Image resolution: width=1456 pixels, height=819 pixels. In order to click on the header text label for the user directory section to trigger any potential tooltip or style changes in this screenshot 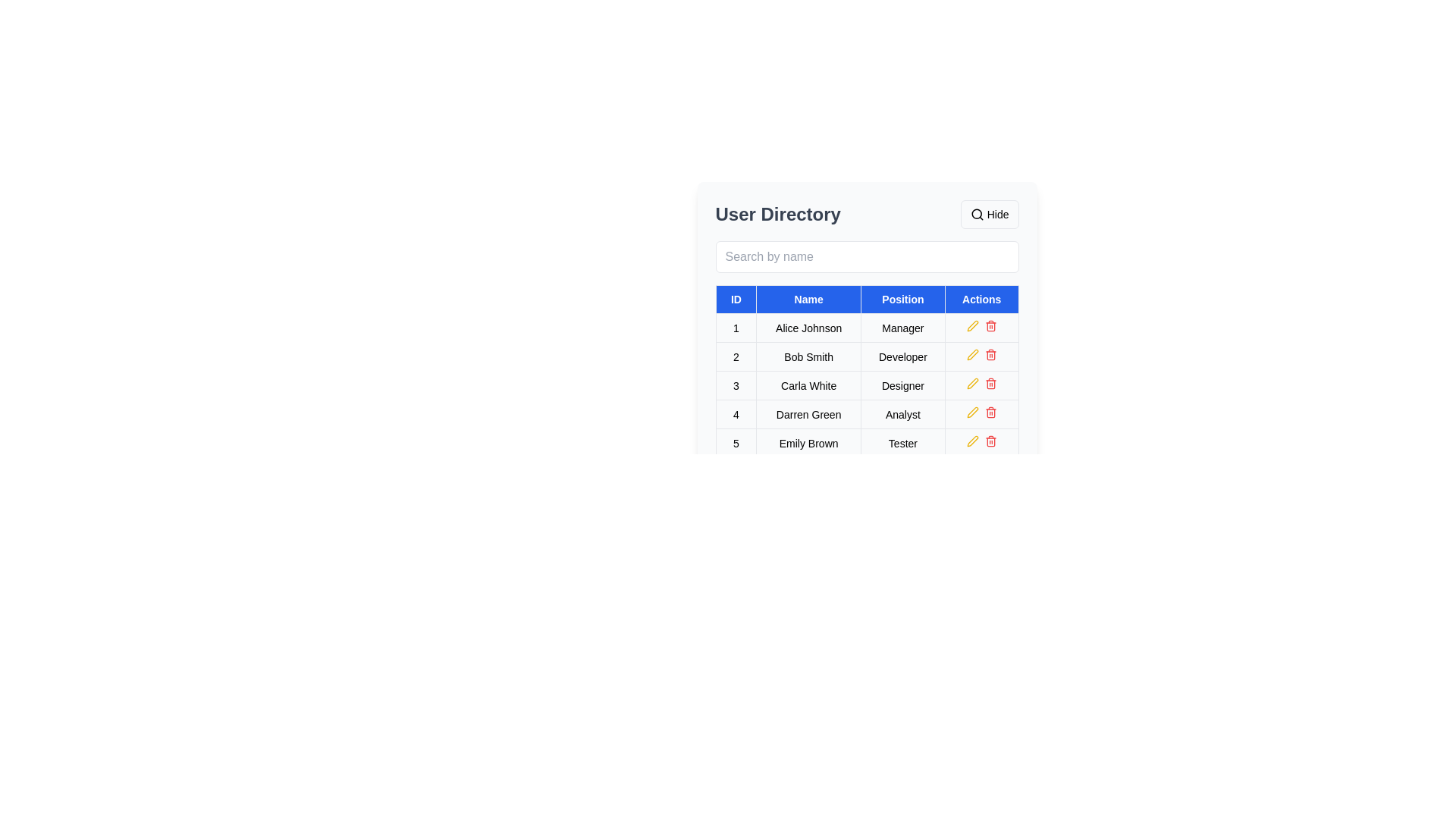, I will do `click(778, 214)`.